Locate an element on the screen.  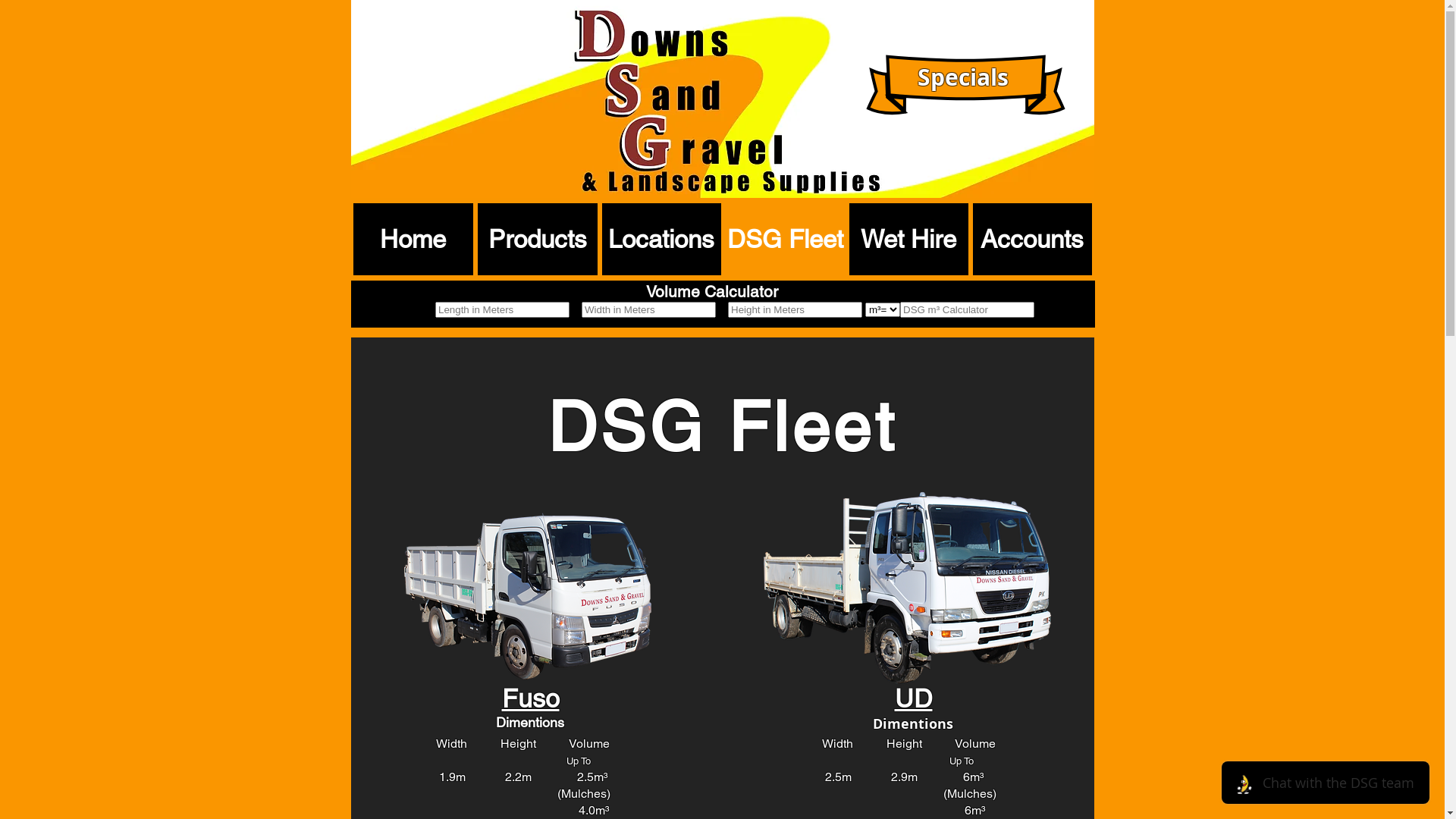
'Wet Hire' is located at coordinates (908, 239).